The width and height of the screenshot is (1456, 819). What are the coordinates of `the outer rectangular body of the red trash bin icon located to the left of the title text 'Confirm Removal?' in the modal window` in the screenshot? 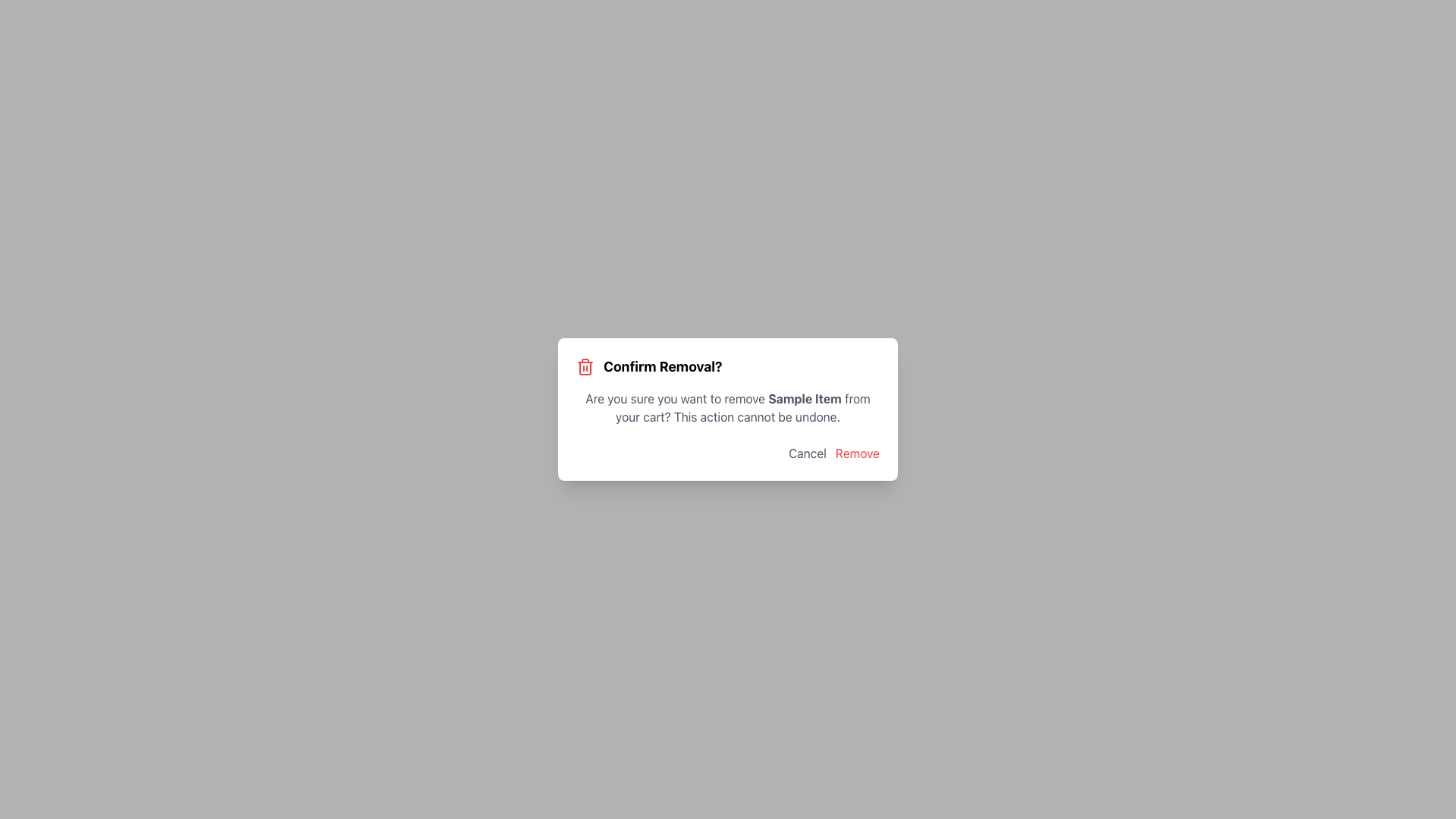 It's located at (585, 369).